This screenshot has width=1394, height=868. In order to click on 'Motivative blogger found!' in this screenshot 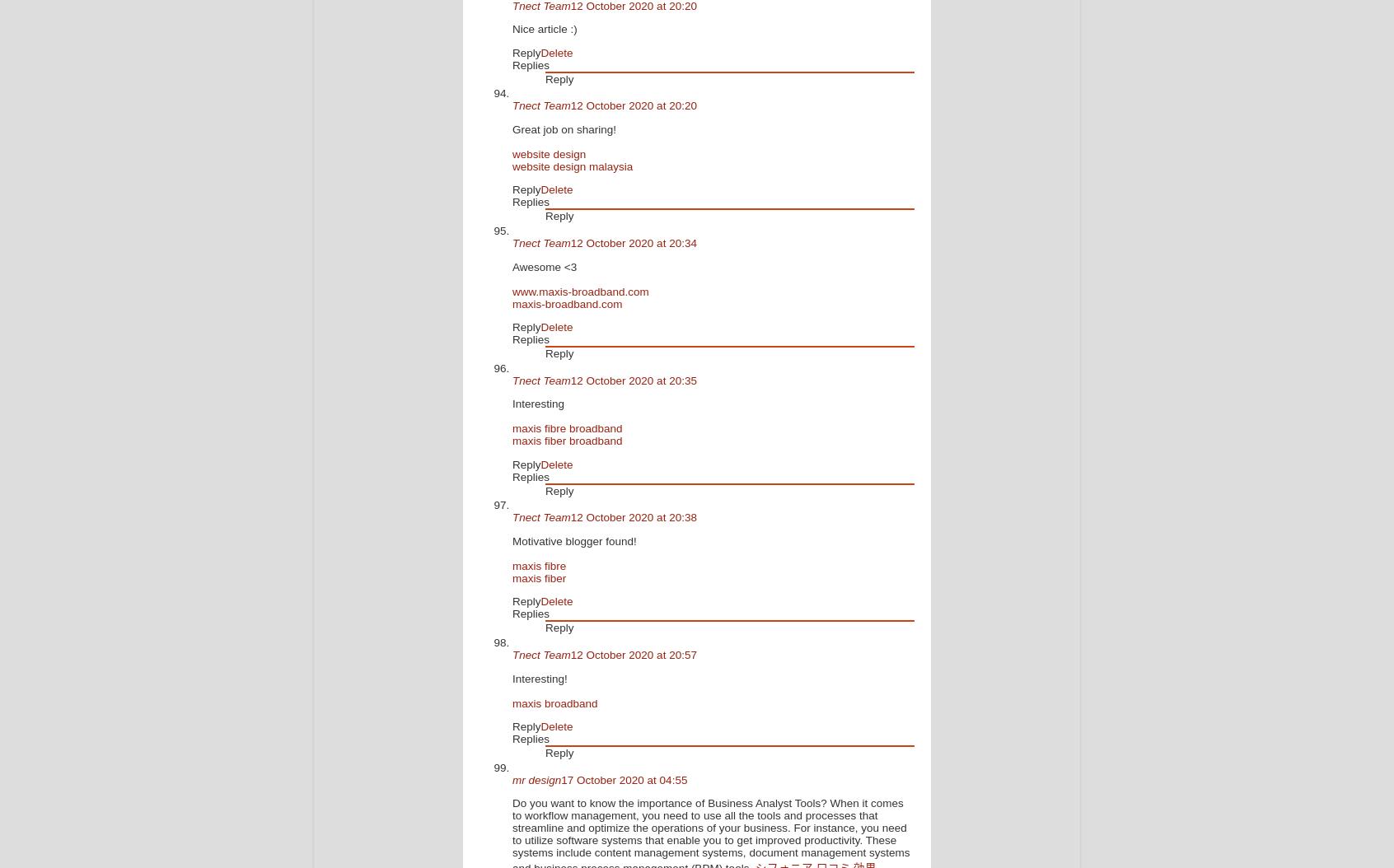, I will do `click(573, 540)`.